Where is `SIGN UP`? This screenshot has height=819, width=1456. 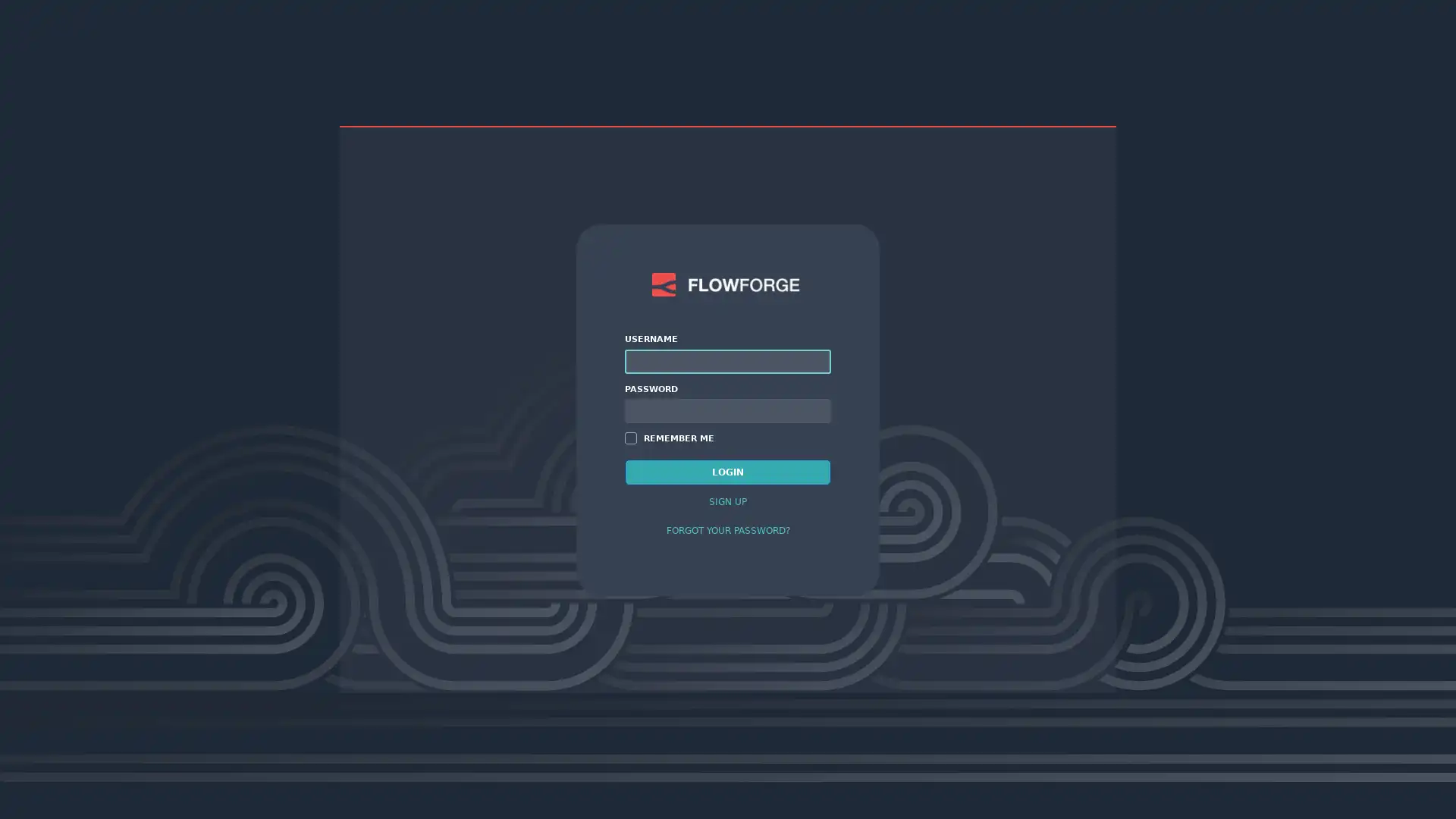
SIGN UP is located at coordinates (728, 500).